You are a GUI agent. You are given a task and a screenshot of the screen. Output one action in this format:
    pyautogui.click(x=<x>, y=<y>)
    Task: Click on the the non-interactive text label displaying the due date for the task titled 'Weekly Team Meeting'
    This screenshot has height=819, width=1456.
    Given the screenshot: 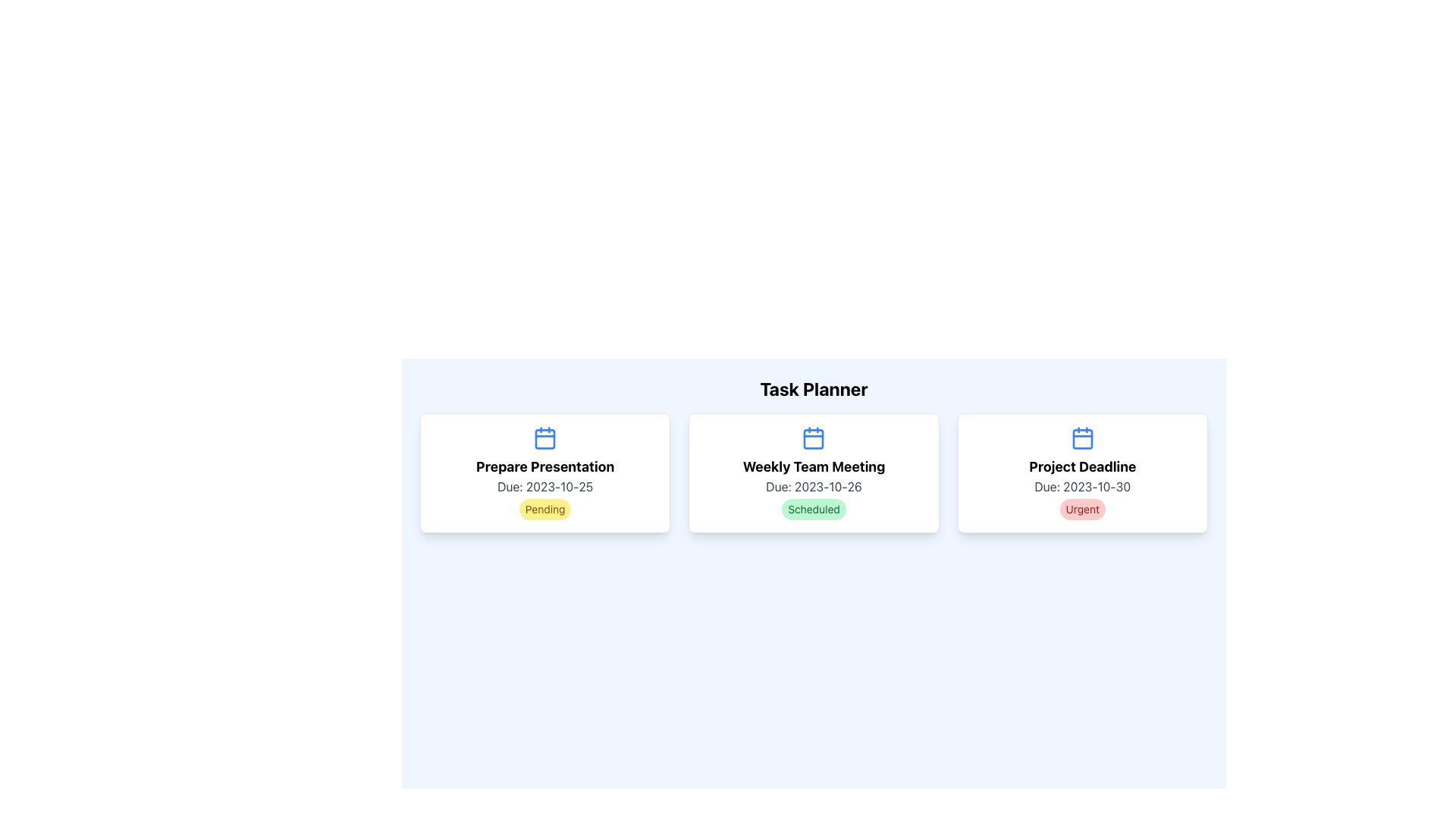 What is the action you would take?
    pyautogui.click(x=813, y=486)
    